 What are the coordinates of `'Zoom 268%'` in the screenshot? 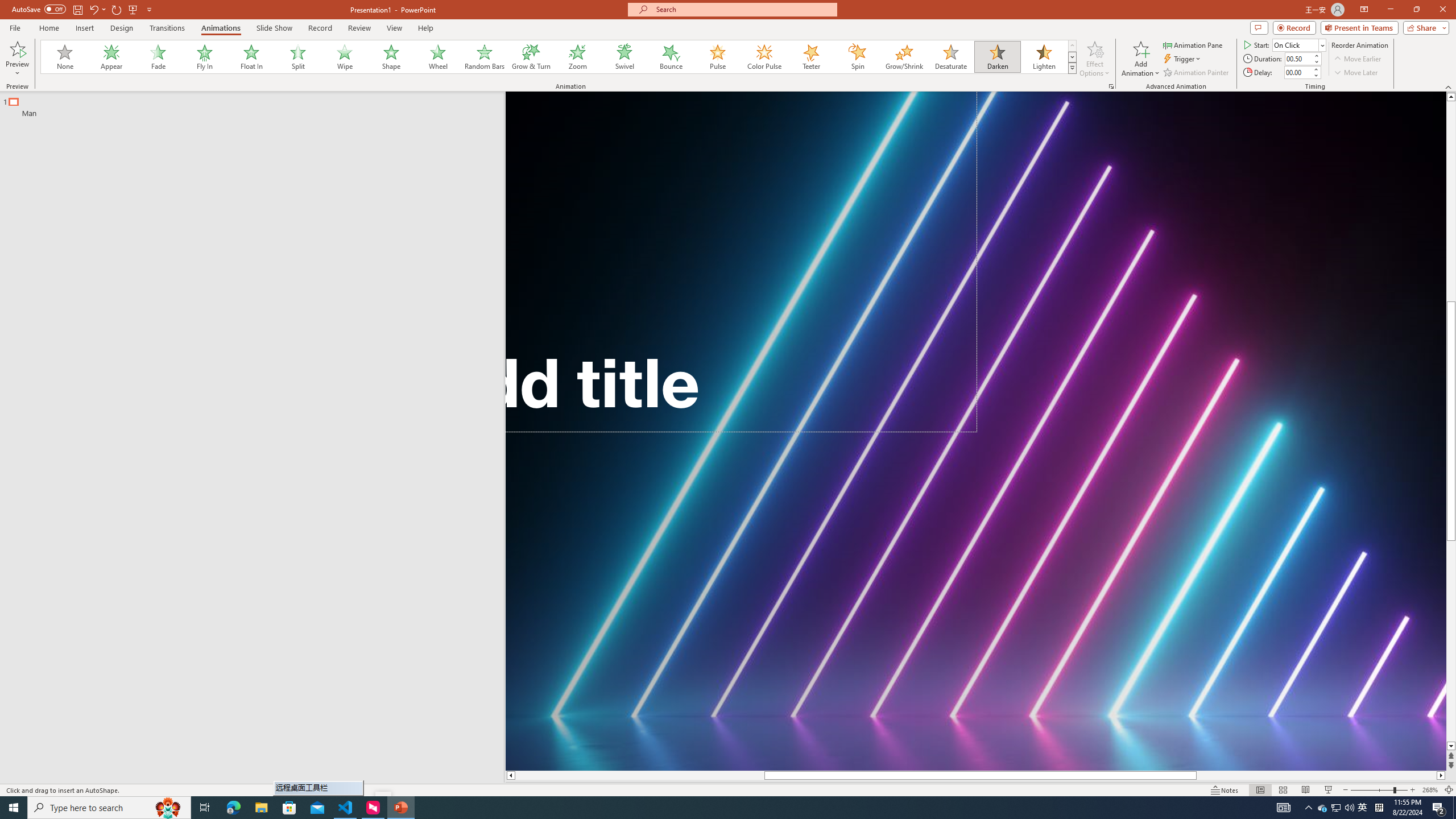 It's located at (1430, 790).